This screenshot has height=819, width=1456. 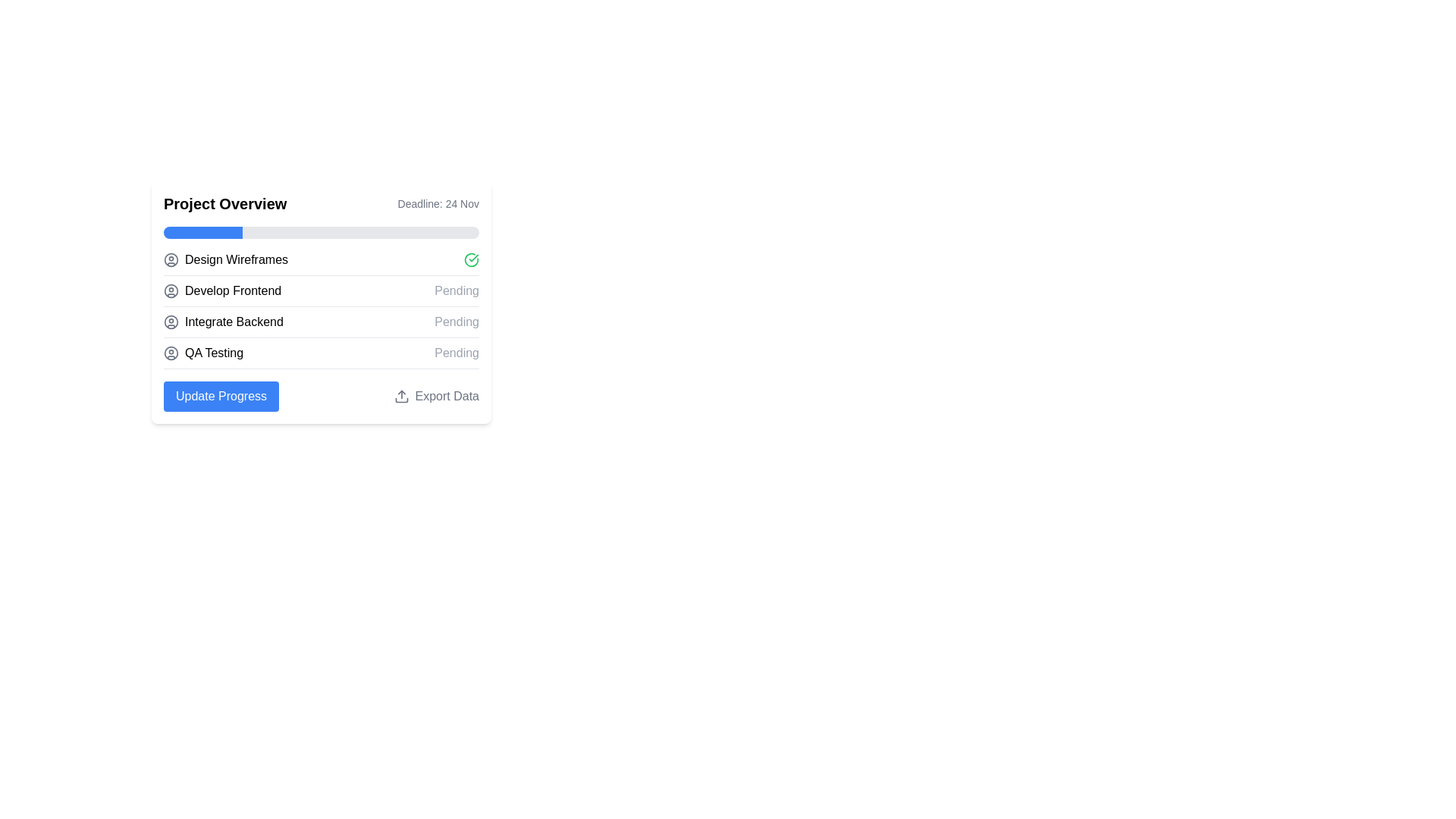 I want to click on the decorative avatar icon for the 'Design Wireframes' task, located to the left of the associated text, so click(x=171, y=259).